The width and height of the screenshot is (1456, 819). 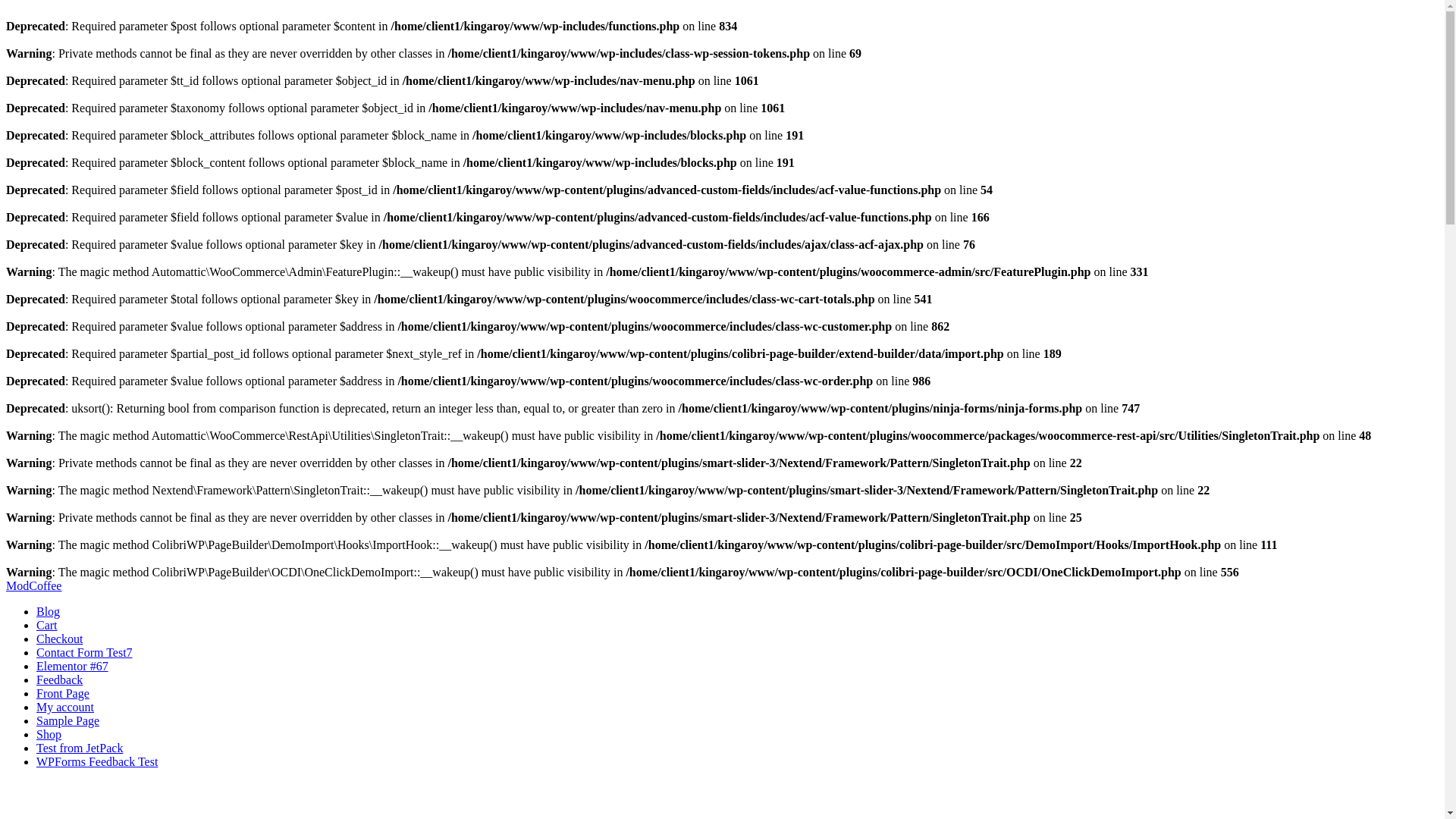 I want to click on 'Contact Form Test7', so click(x=36, y=651).